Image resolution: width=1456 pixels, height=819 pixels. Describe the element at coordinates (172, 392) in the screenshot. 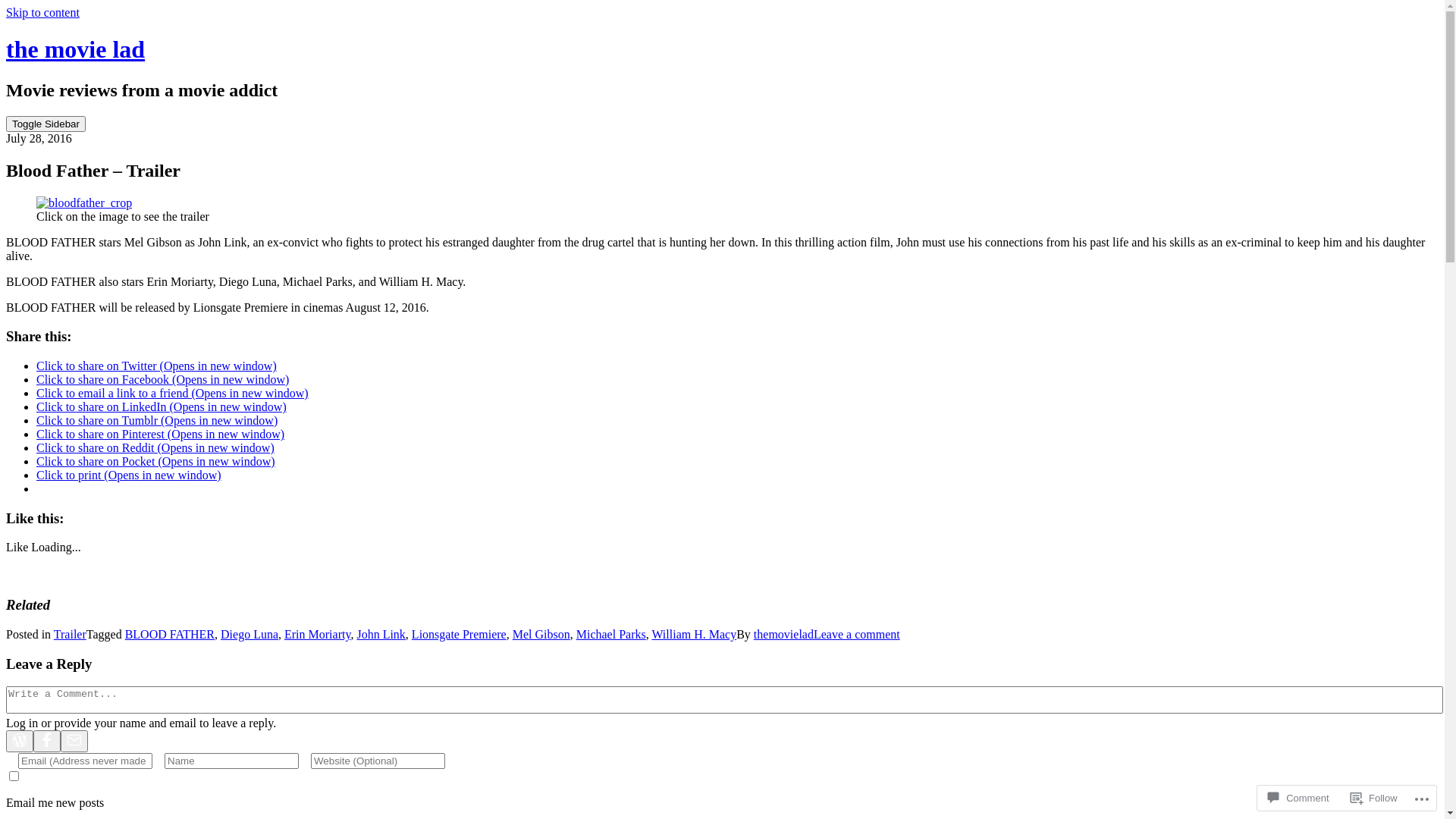

I see `'Click to email a link to a friend (Opens in new window)'` at that location.